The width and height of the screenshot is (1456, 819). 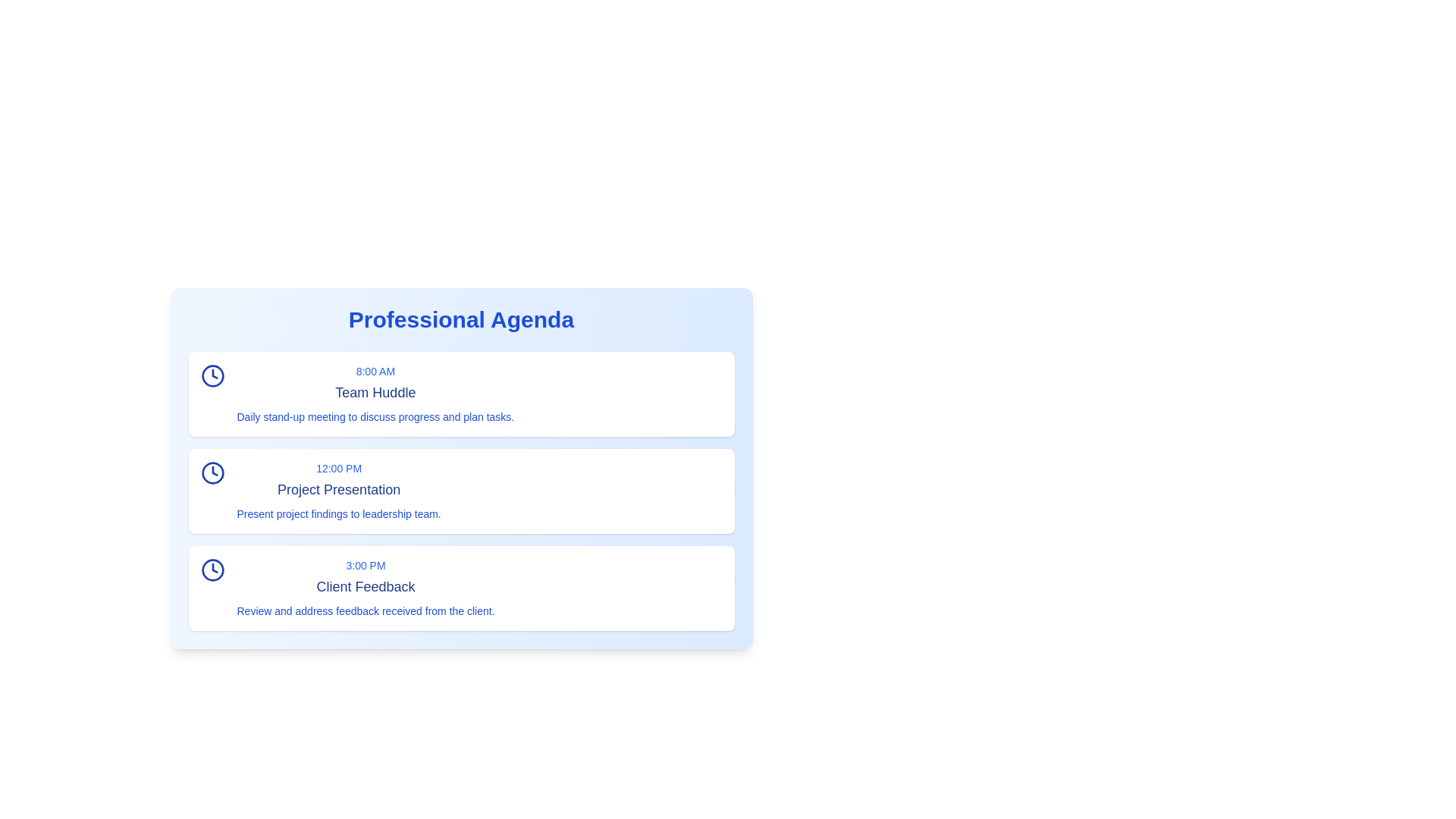 What do you see at coordinates (375, 371) in the screenshot?
I see `the Text Label displaying '8:00 AM' in blue font, located in the top left of the first agenda item` at bounding box center [375, 371].